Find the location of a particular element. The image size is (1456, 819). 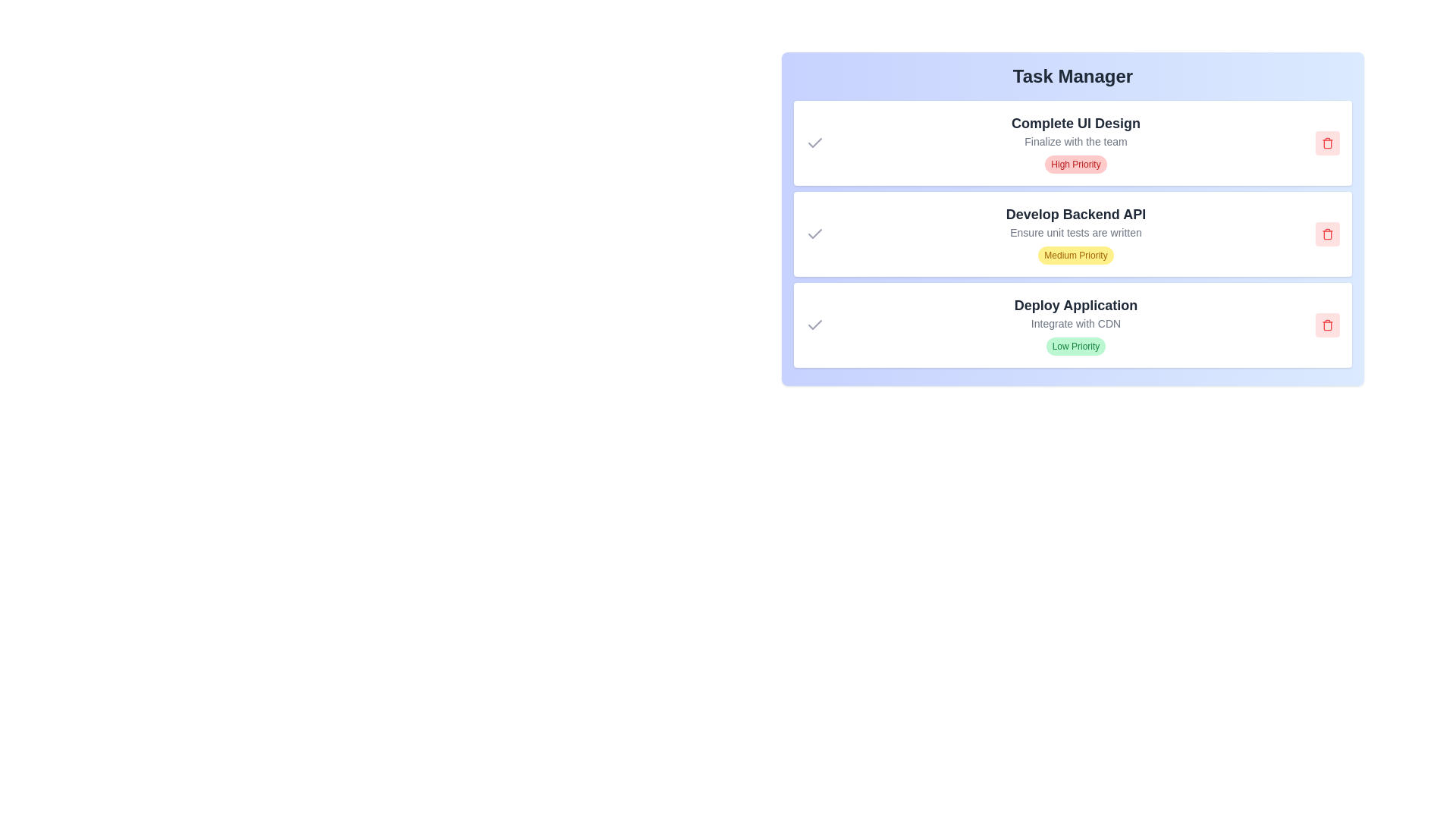

the delete button of the task with title Complete UI Design is located at coordinates (1327, 143).